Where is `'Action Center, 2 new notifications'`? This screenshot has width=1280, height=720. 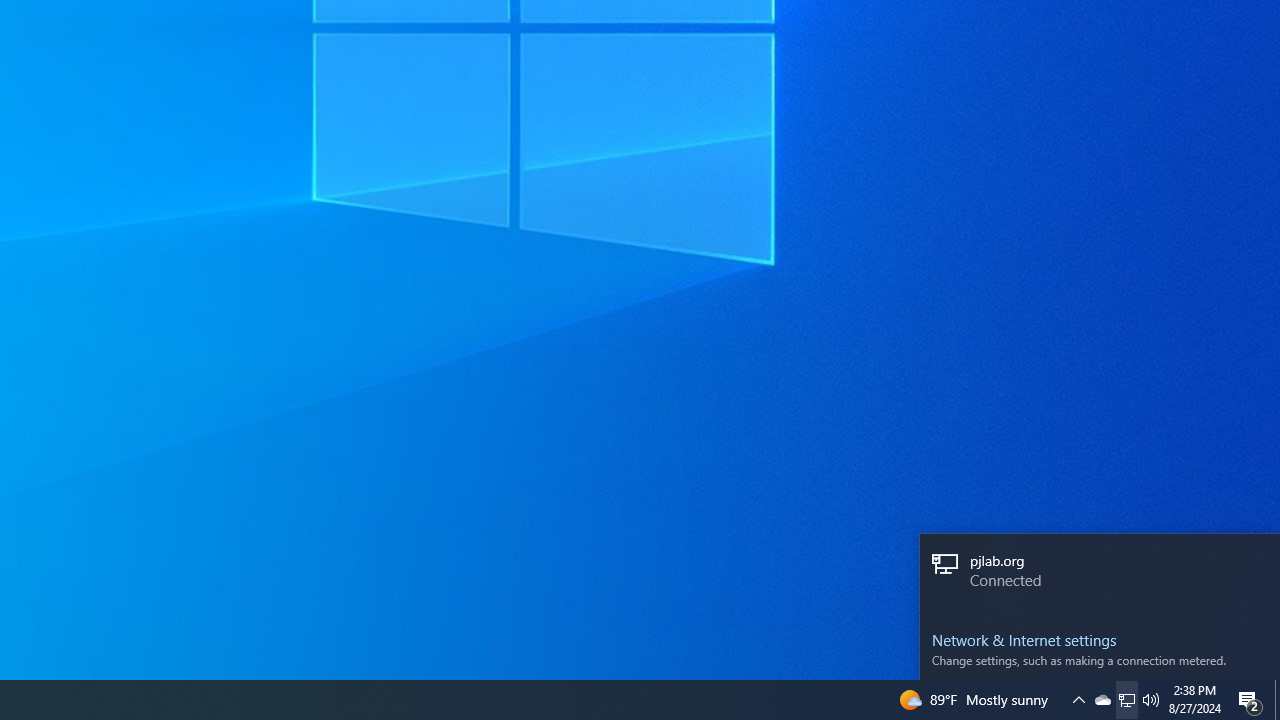 'Action Center, 2 new notifications' is located at coordinates (1250, 698).